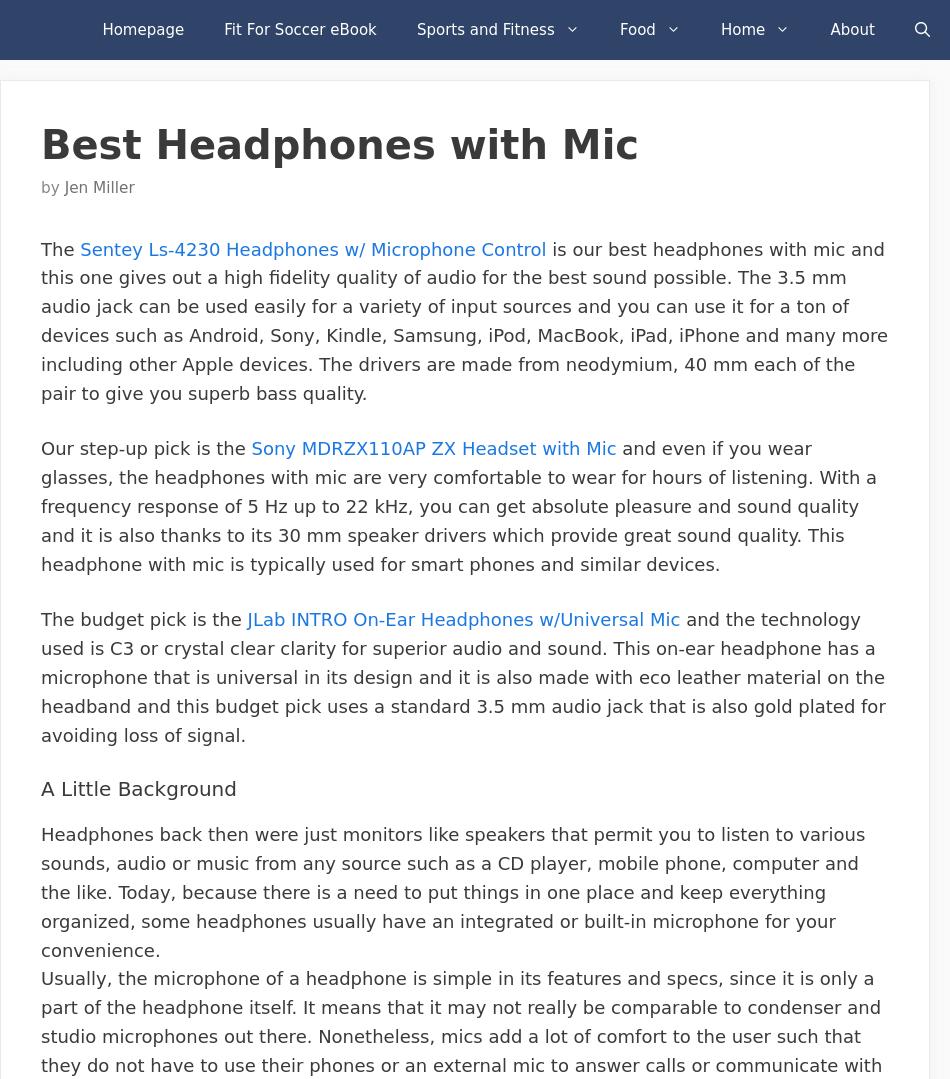  What do you see at coordinates (52, 186) in the screenshot?
I see `'by'` at bounding box center [52, 186].